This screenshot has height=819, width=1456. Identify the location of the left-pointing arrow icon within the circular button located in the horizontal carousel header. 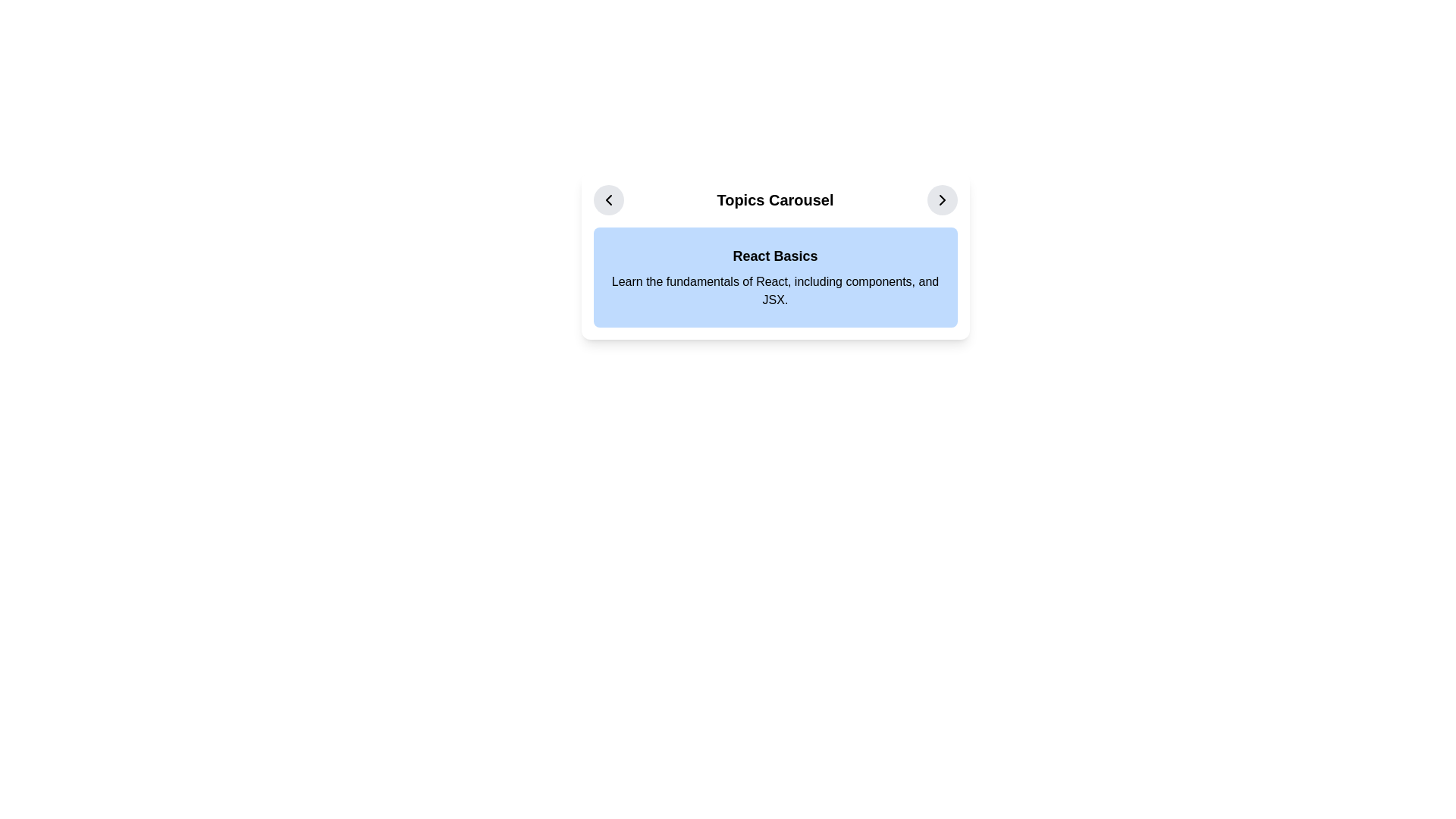
(608, 199).